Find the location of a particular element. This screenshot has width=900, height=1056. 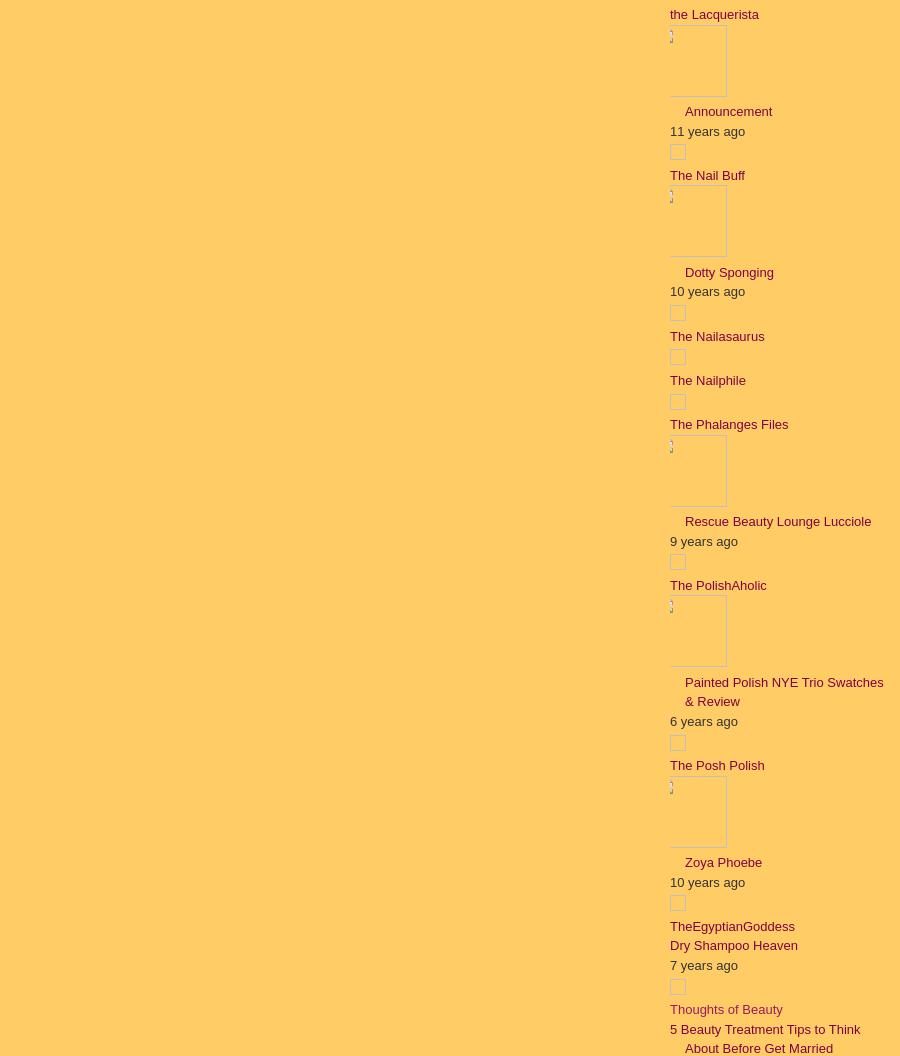

'The PolishAholic' is located at coordinates (717, 584).